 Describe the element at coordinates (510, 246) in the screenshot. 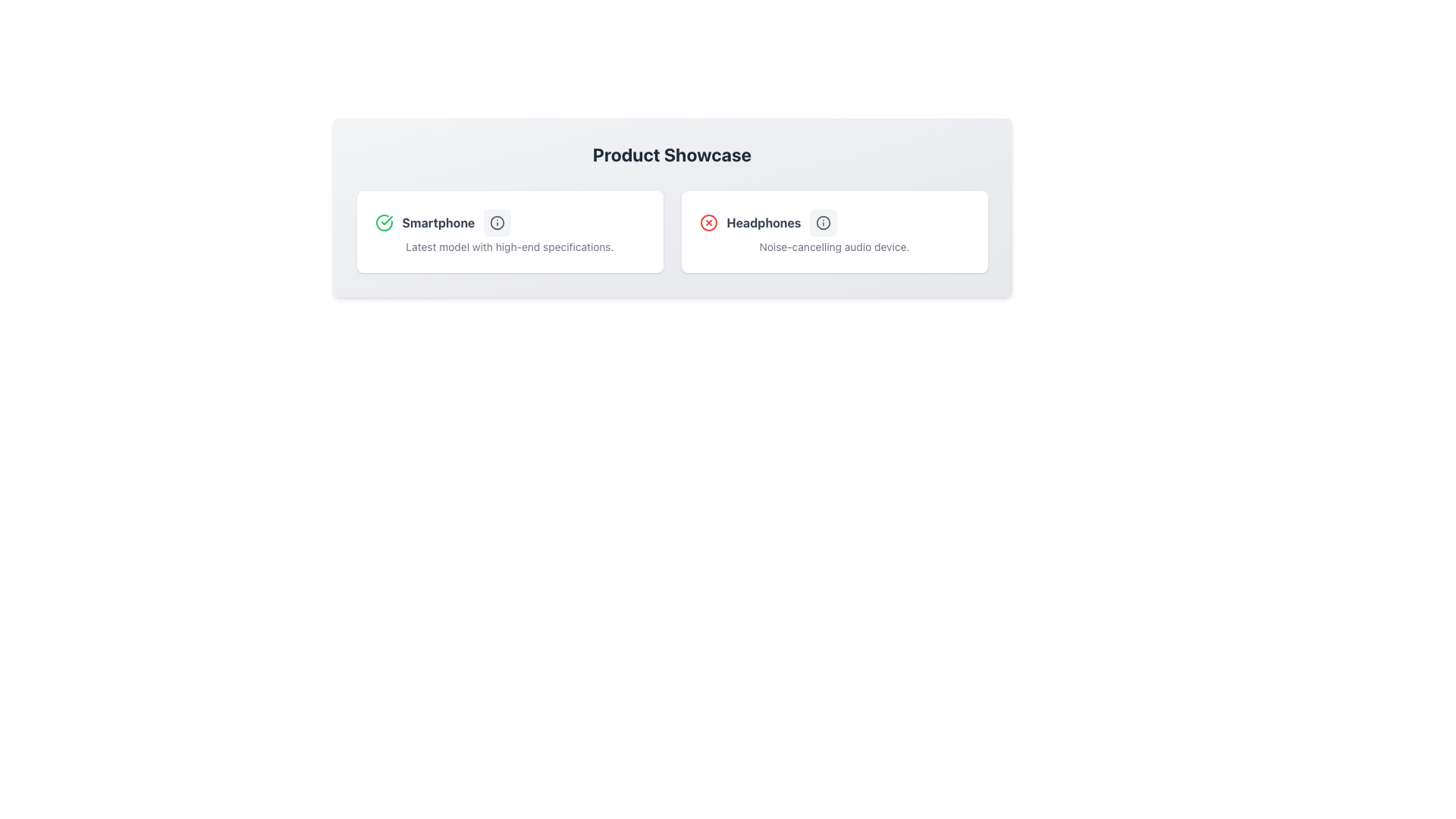

I see `the static text label displaying 'Latest model with high-end specifications.' located below the bolded heading 'Smartphone' within the highlighted rectangular card` at that location.